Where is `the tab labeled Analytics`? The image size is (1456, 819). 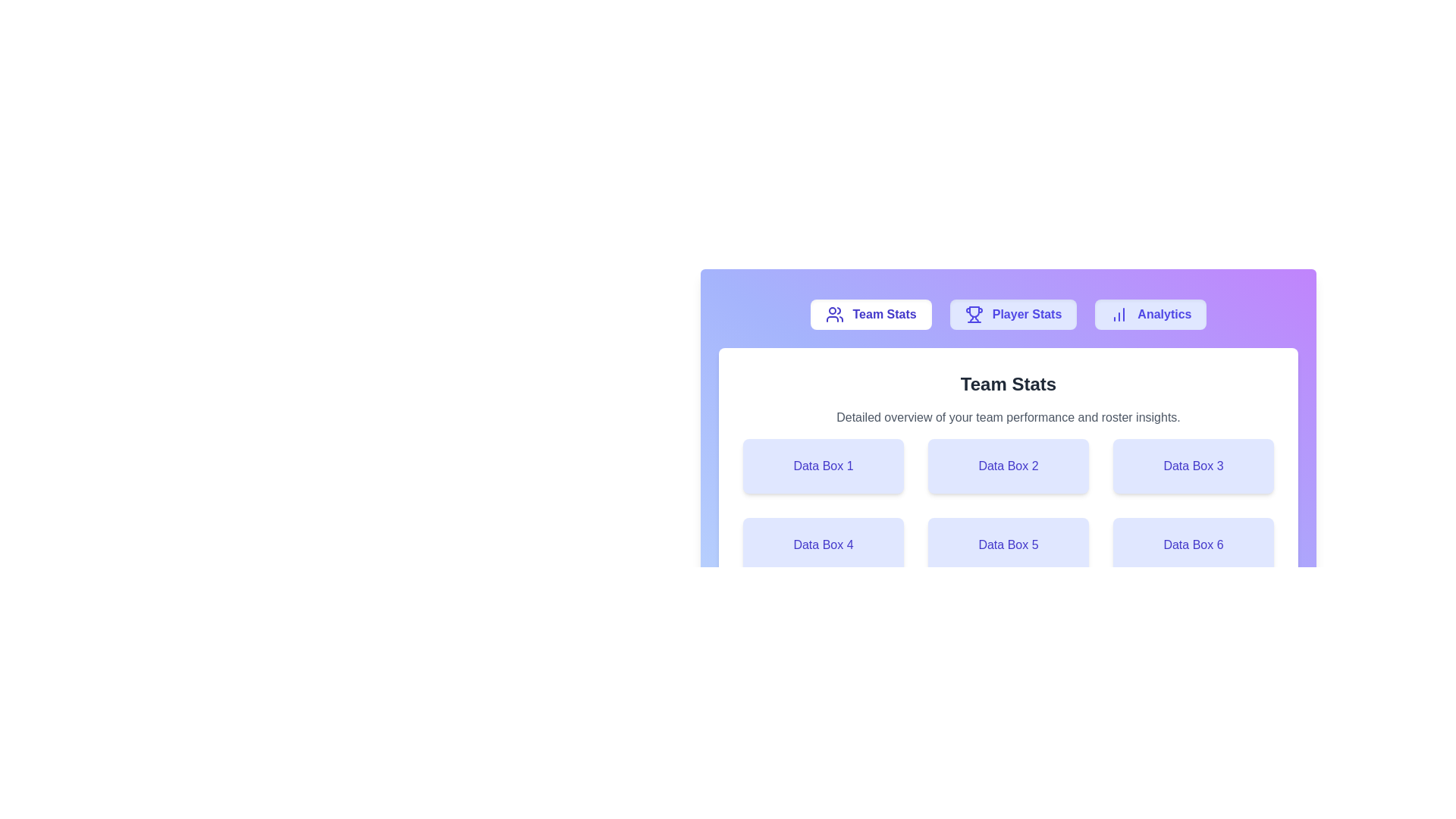 the tab labeled Analytics is located at coordinates (1150, 314).